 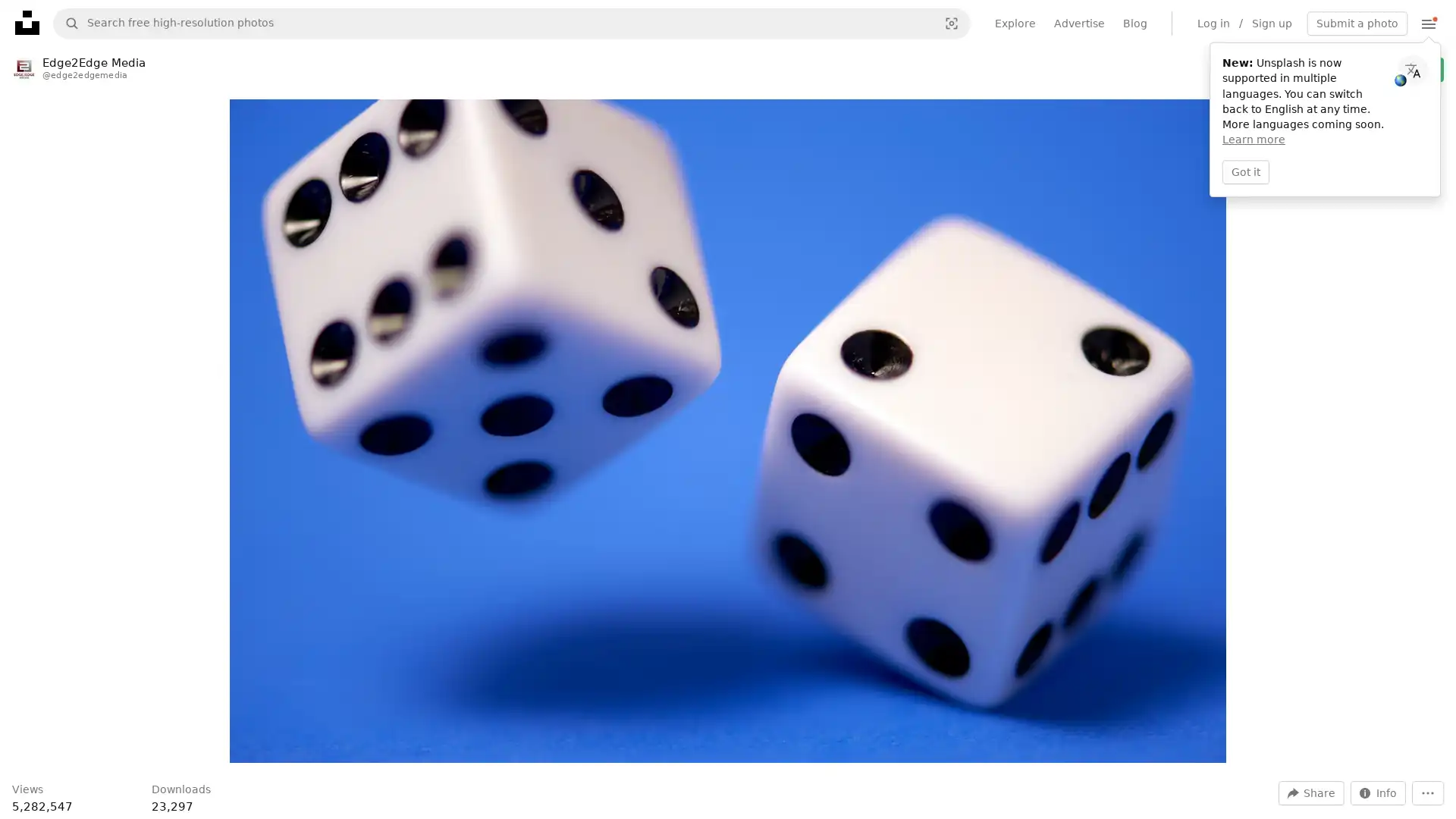 What do you see at coordinates (1298, 69) in the screenshot?
I see `Add to collection` at bounding box center [1298, 69].